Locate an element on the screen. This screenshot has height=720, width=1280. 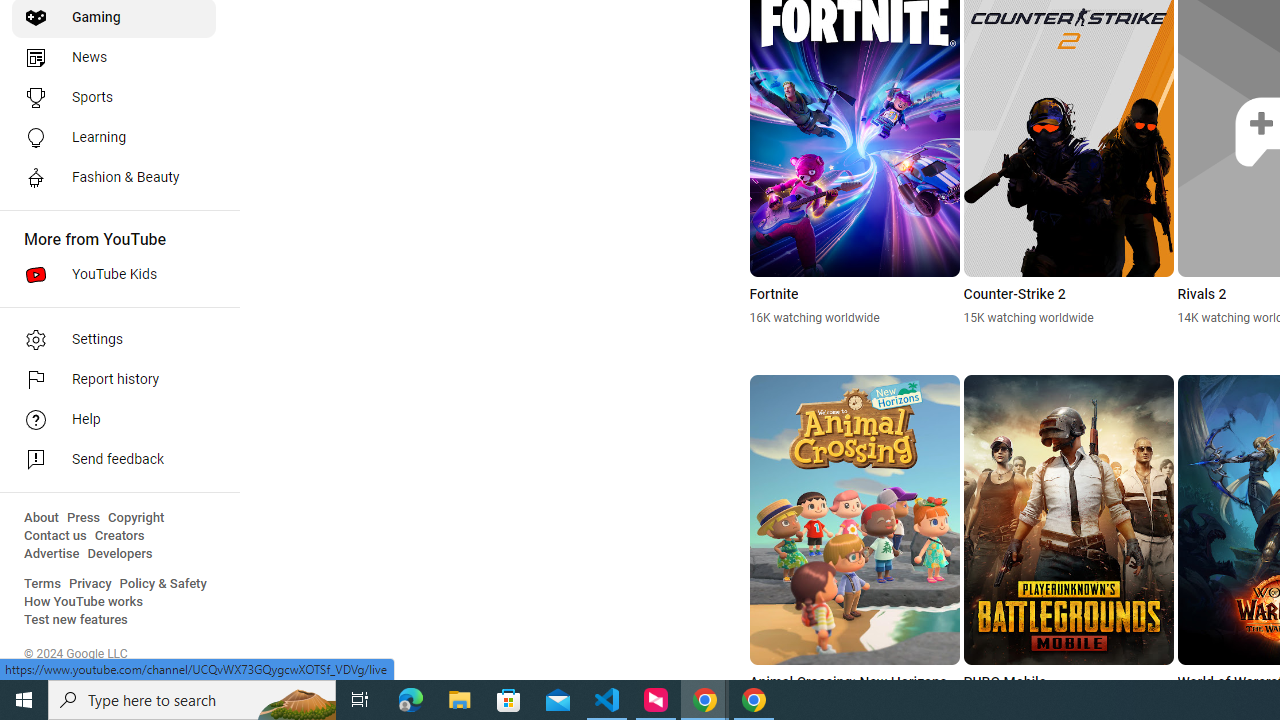
'News' is located at coordinates (112, 56).